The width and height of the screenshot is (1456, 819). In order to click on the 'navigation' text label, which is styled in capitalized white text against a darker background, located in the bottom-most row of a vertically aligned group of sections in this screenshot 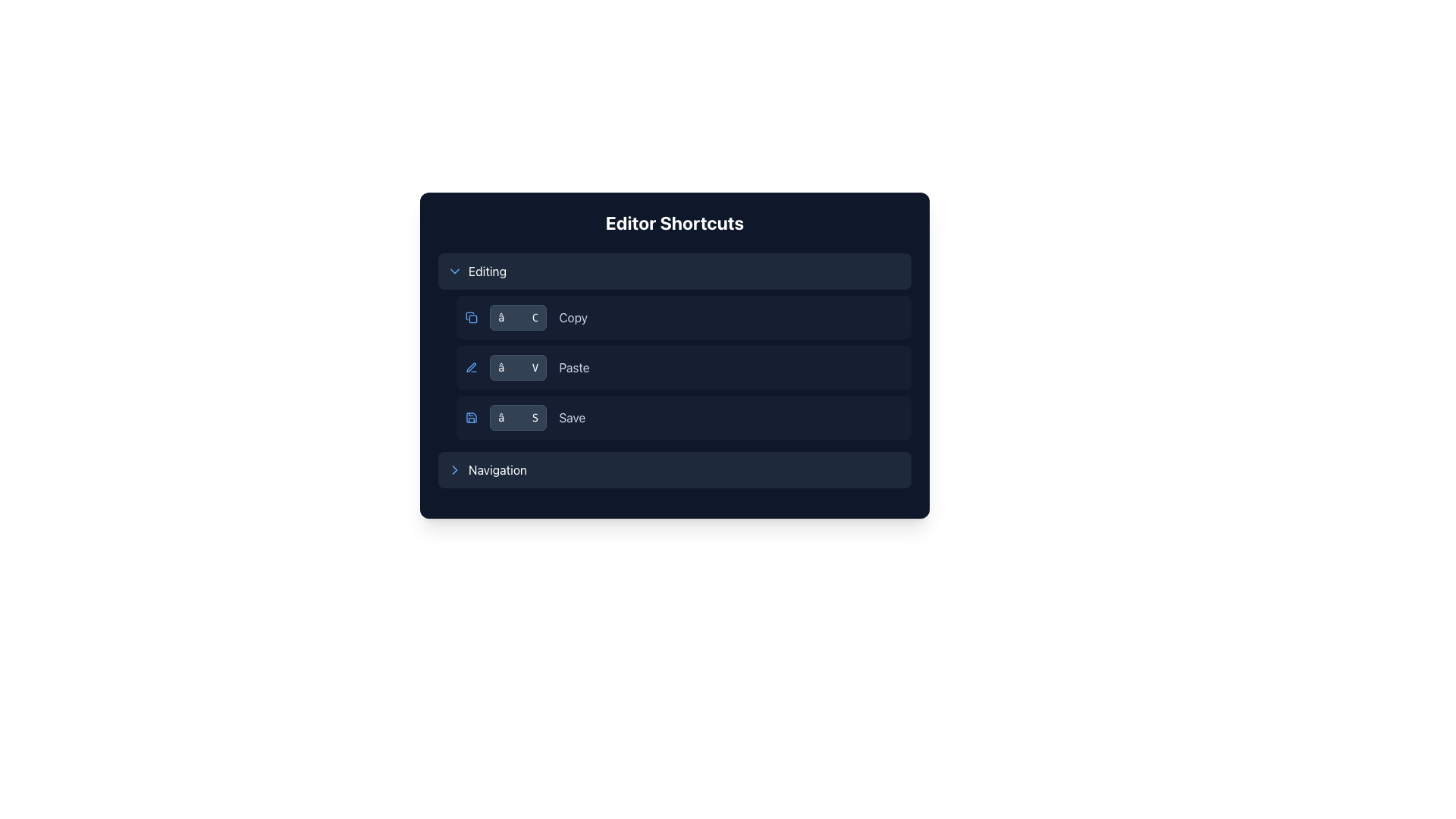, I will do `click(497, 469)`.